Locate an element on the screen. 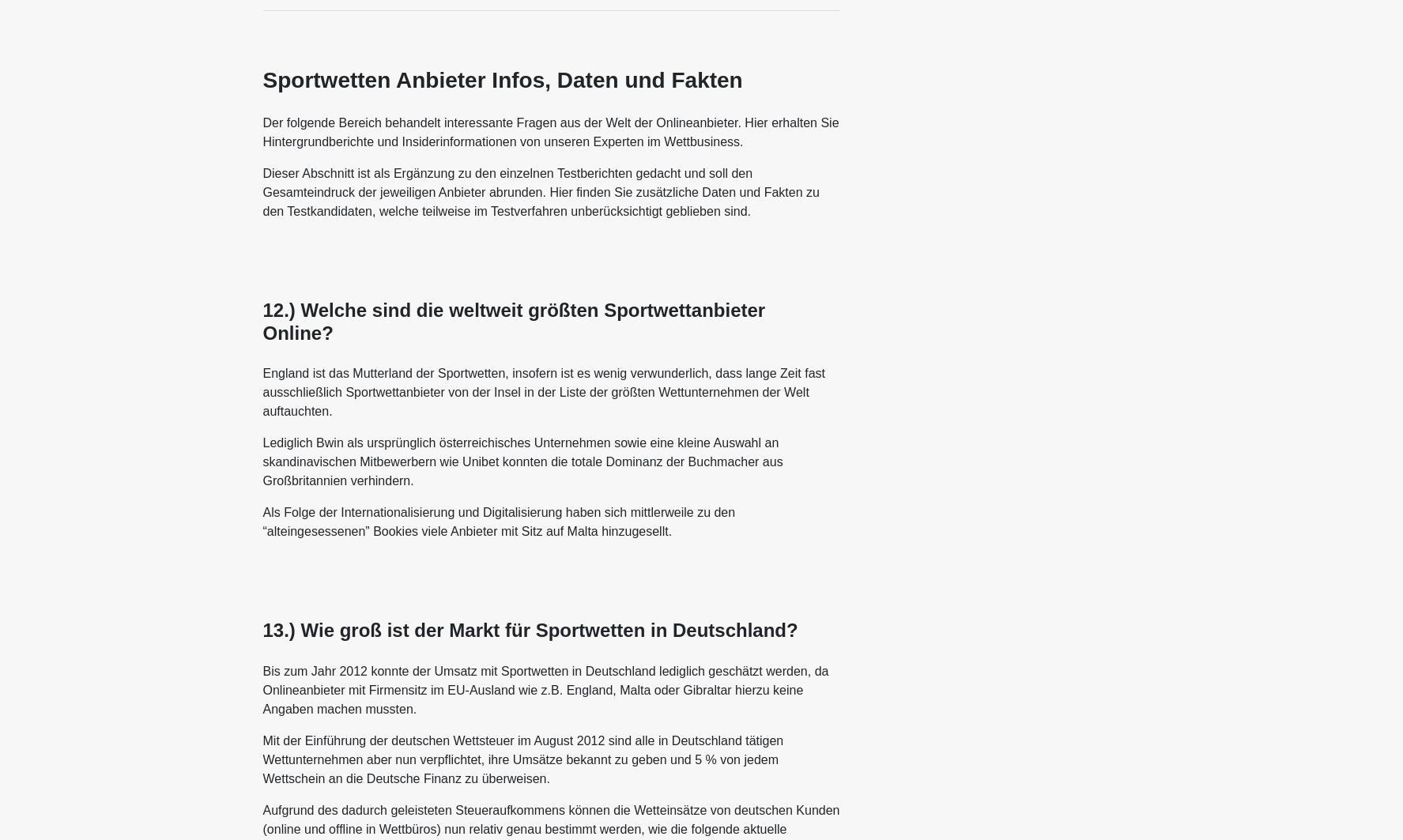 Image resolution: width=1403 pixels, height=840 pixels. 'Sportwetten Anbieter Infos, Daten und Fakten' is located at coordinates (502, 80).